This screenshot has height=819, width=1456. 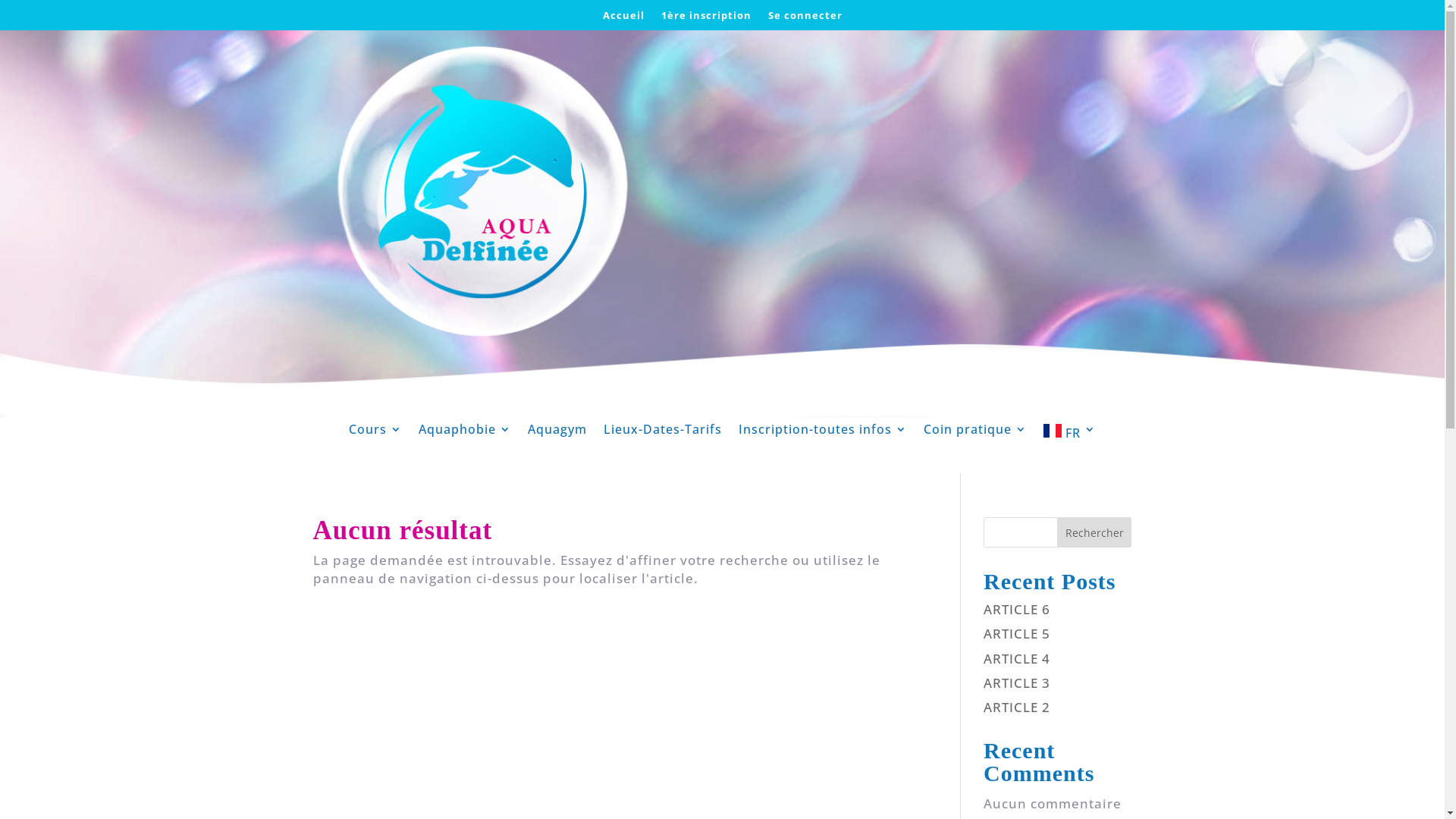 I want to click on 'Rechercher', so click(x=1094, y=532).